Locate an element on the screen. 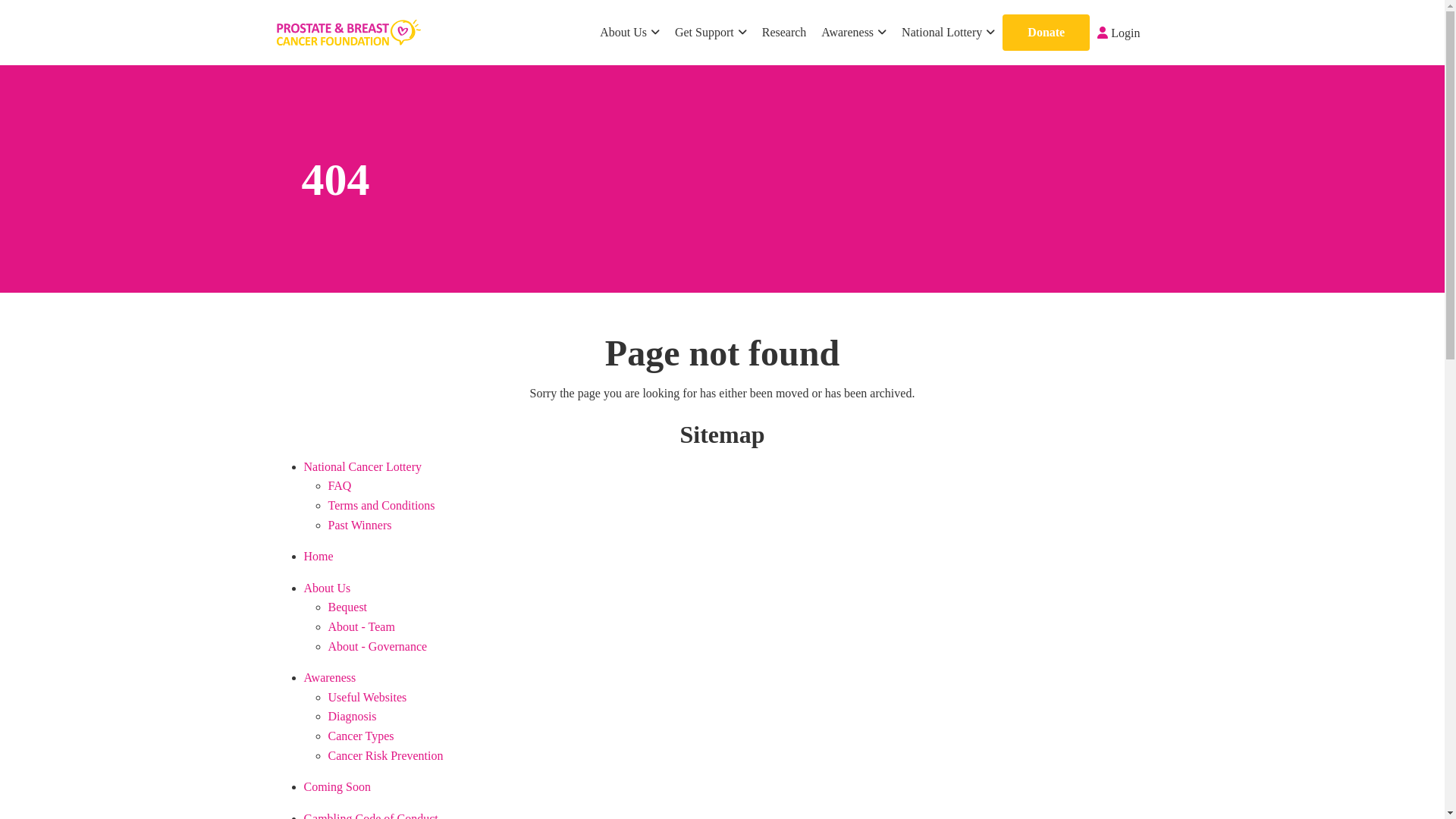 Image resolution: width=1456 pixels, height=819 pixels. 'National Lottery' is located at coordinates (947, 32).